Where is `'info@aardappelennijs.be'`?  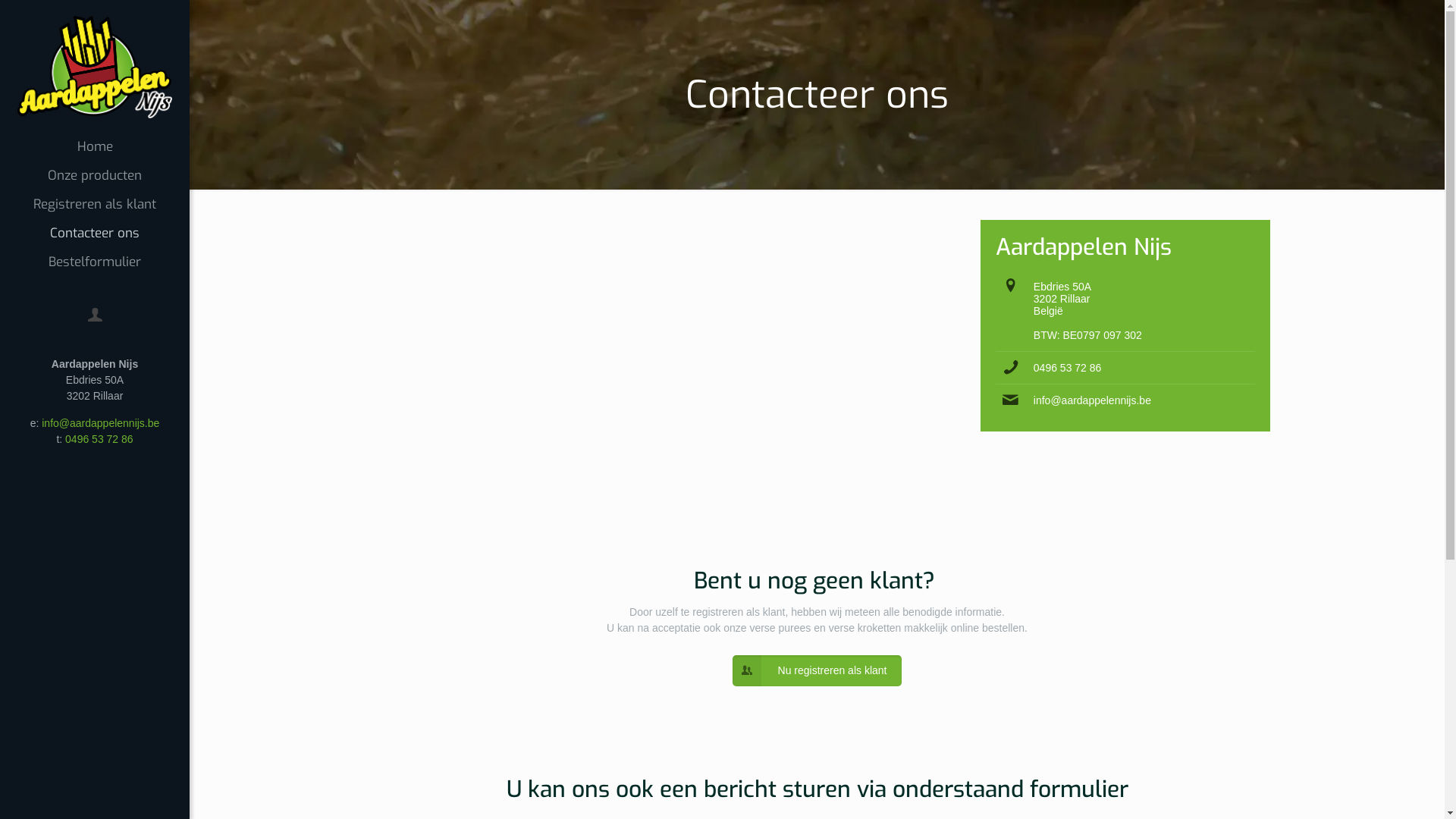
'info@aardappelennijs.be' is located at coordinates (99, 423).